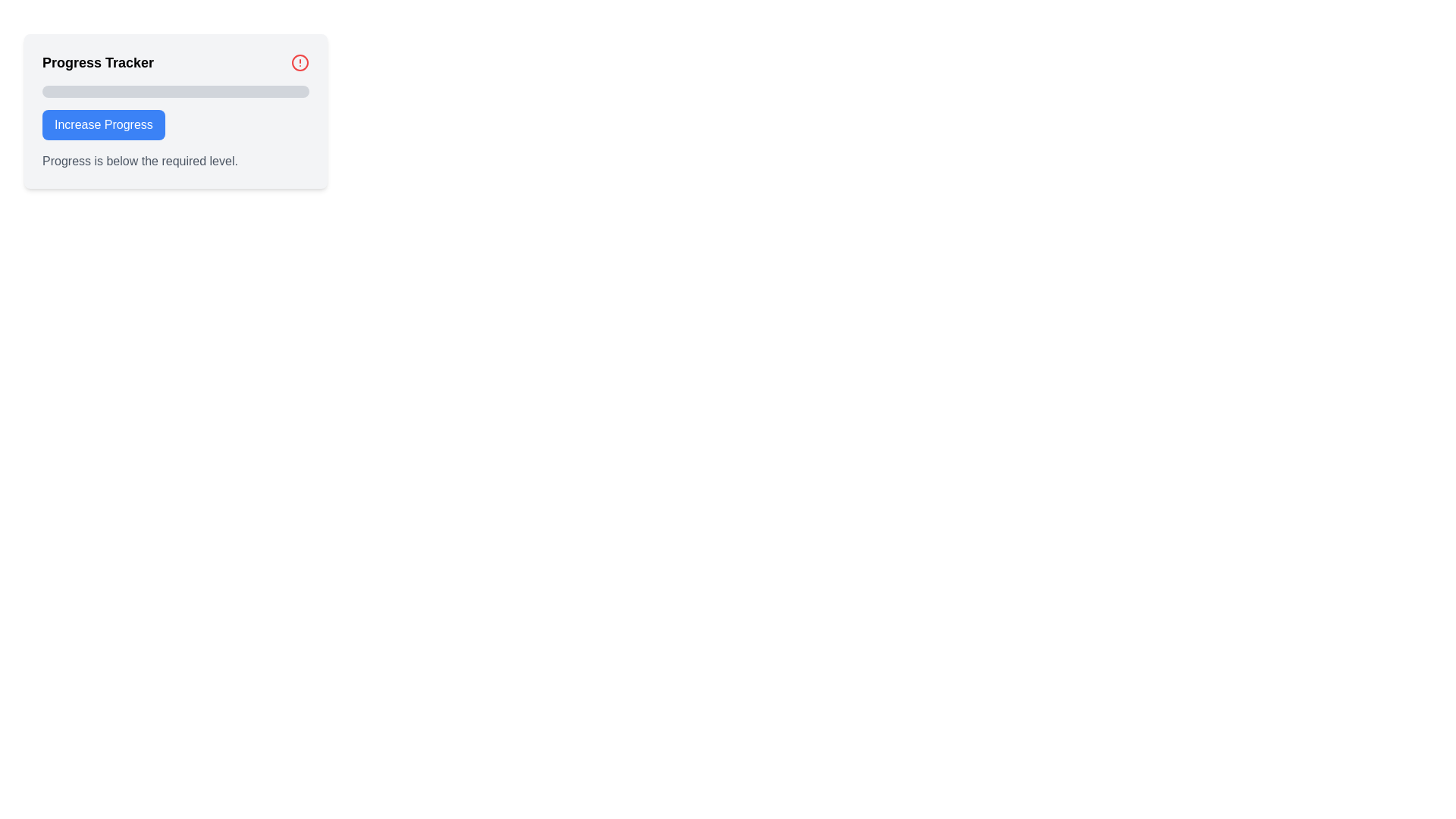 Image resolution: width=1456 pixels, height=819 pixels. What do you see at coordinates (300, 62) in the screenshot?
I see `the alert indicator graphical shape located in the upper-right corner of the 'Progress Tracker' card, which visually represents an error or critical state` at bounding box center [300, 62].